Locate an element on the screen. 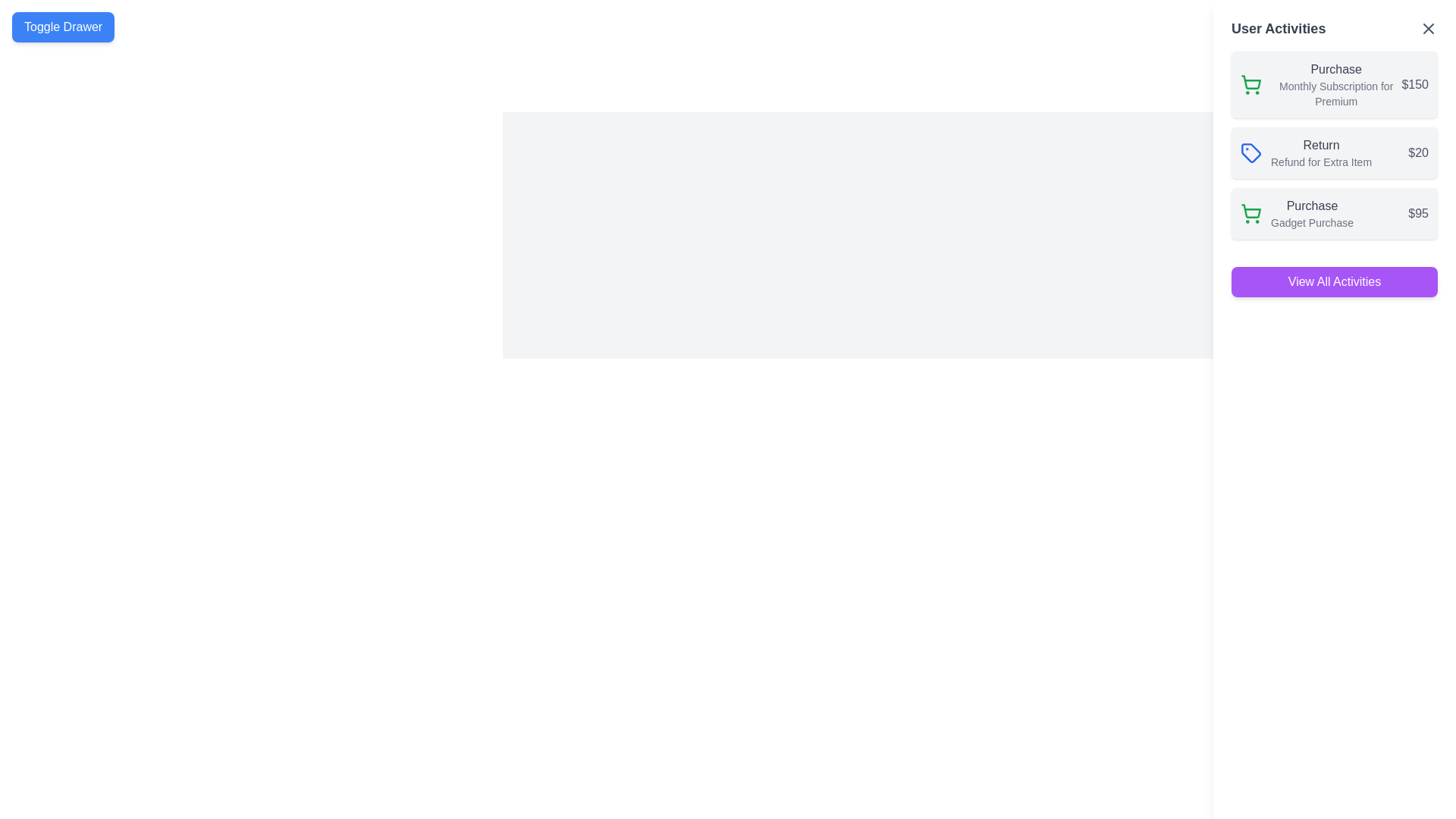 The height and width of the screenshot is (819, 1456). the close button located in the top-right corner of the 'User Activities' section header is located at coordinates (1427, 29).